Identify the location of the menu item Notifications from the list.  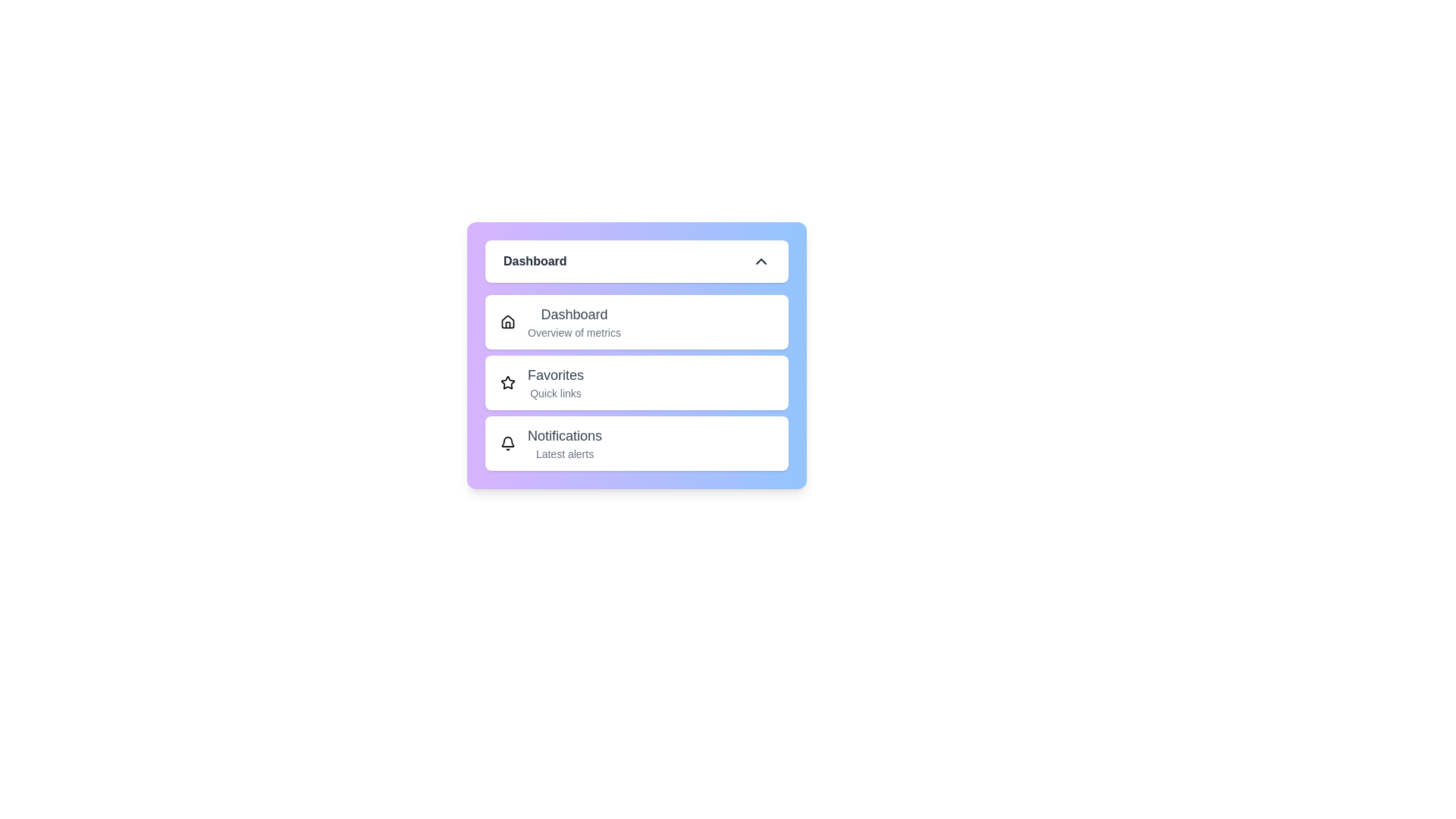
(637, 444).